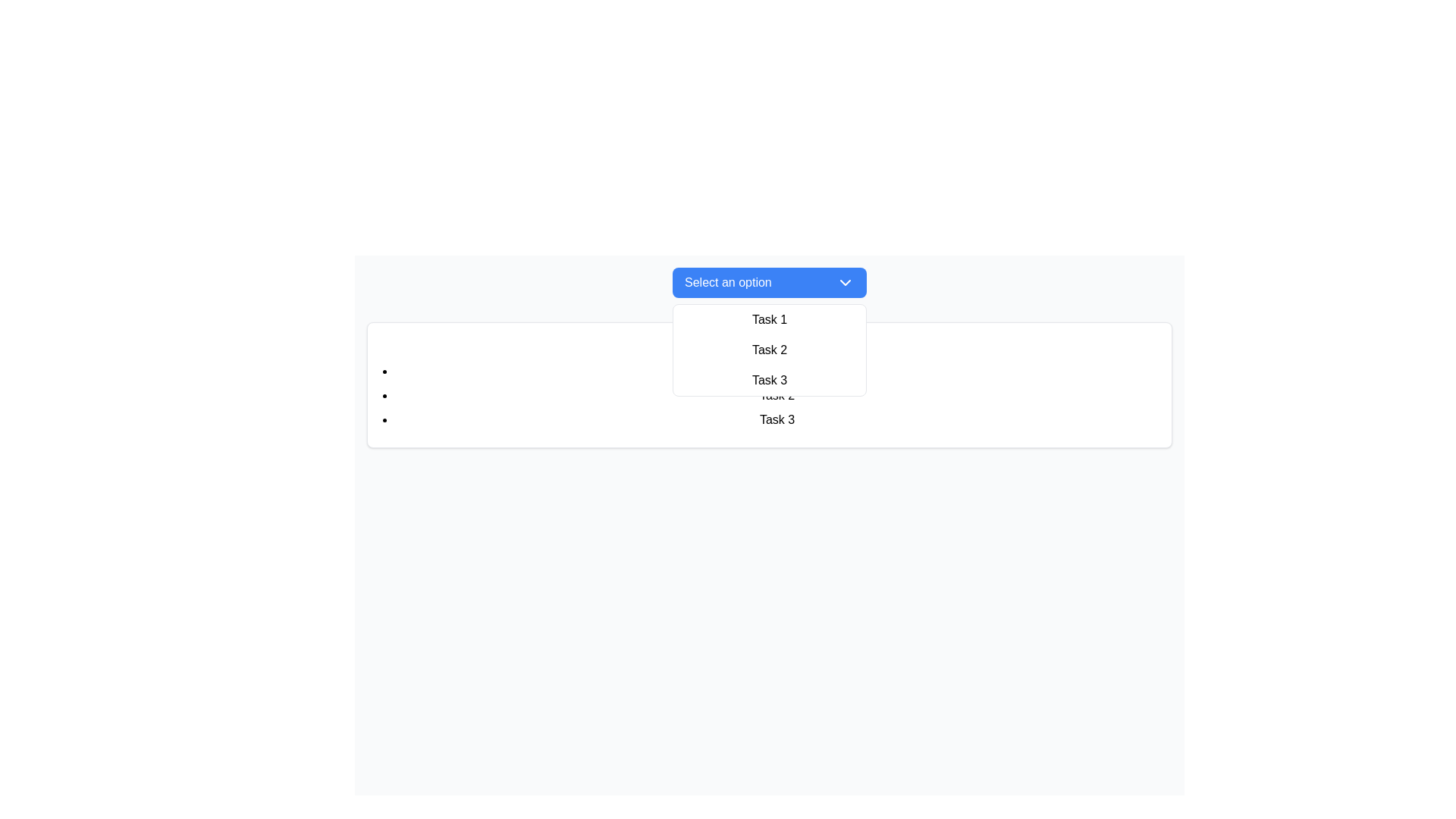 The image size is (1456, 819). I want to click on to select the text entry 'Task 2' in the dropdown menu, which is the second item positioned between 'Task 1' and 'Task 3', so click(769, 350).